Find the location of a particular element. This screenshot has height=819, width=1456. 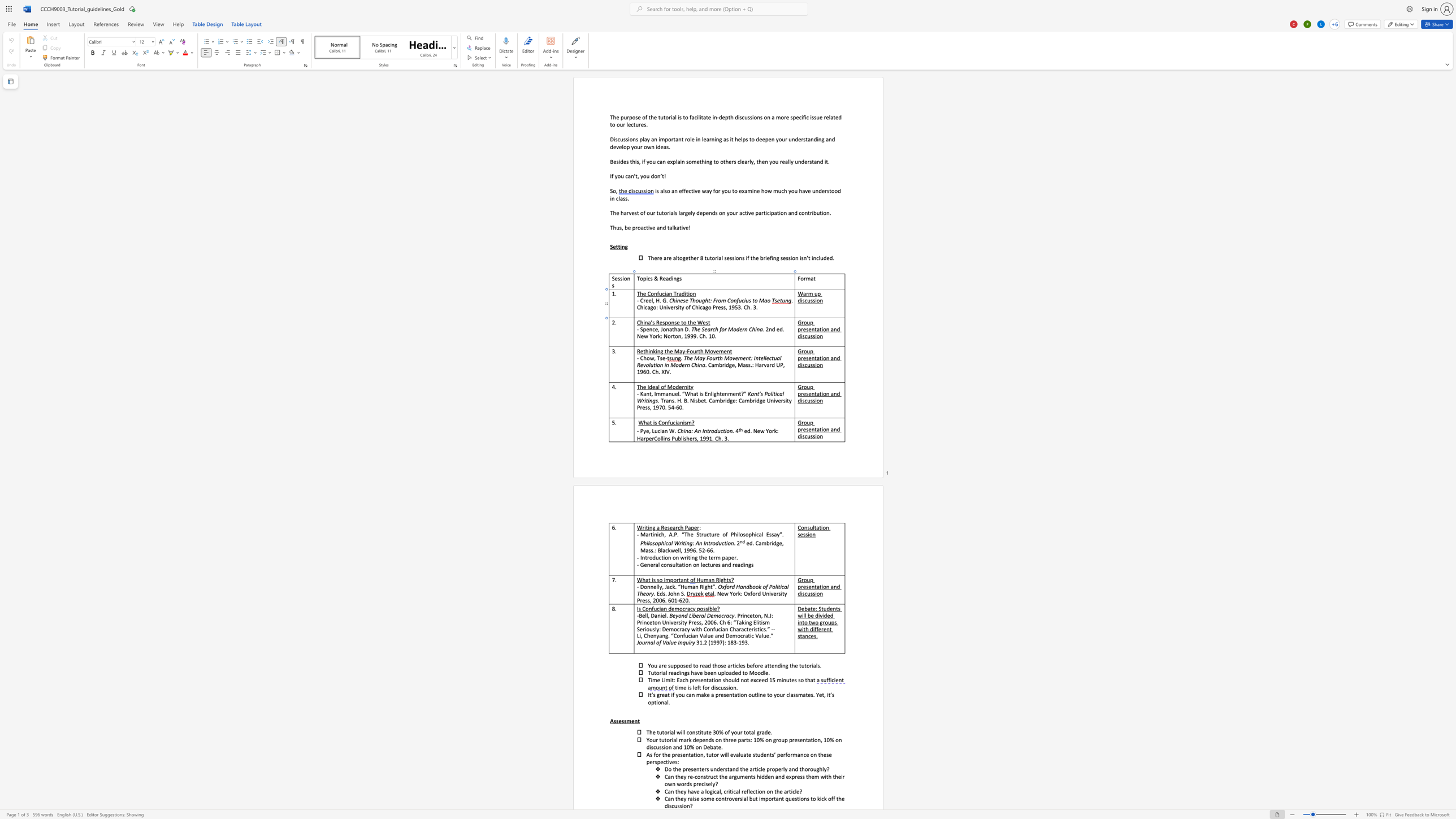

the space between the continuous character "T" and "h" in the text is located at coordinates (694, 329).